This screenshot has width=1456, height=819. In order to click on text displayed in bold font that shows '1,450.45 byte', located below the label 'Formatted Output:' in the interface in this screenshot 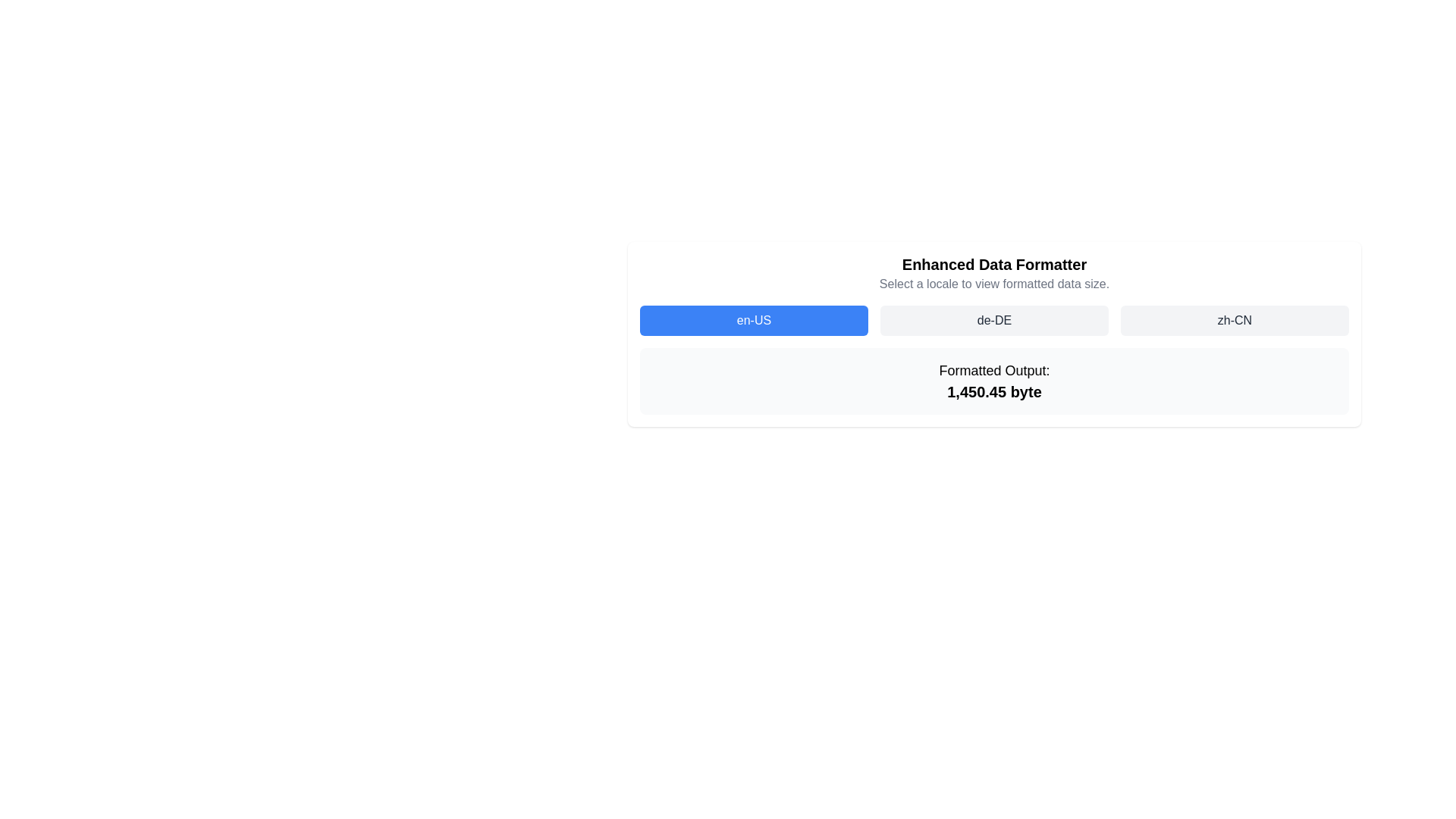, I will do `click(994, 391)`.